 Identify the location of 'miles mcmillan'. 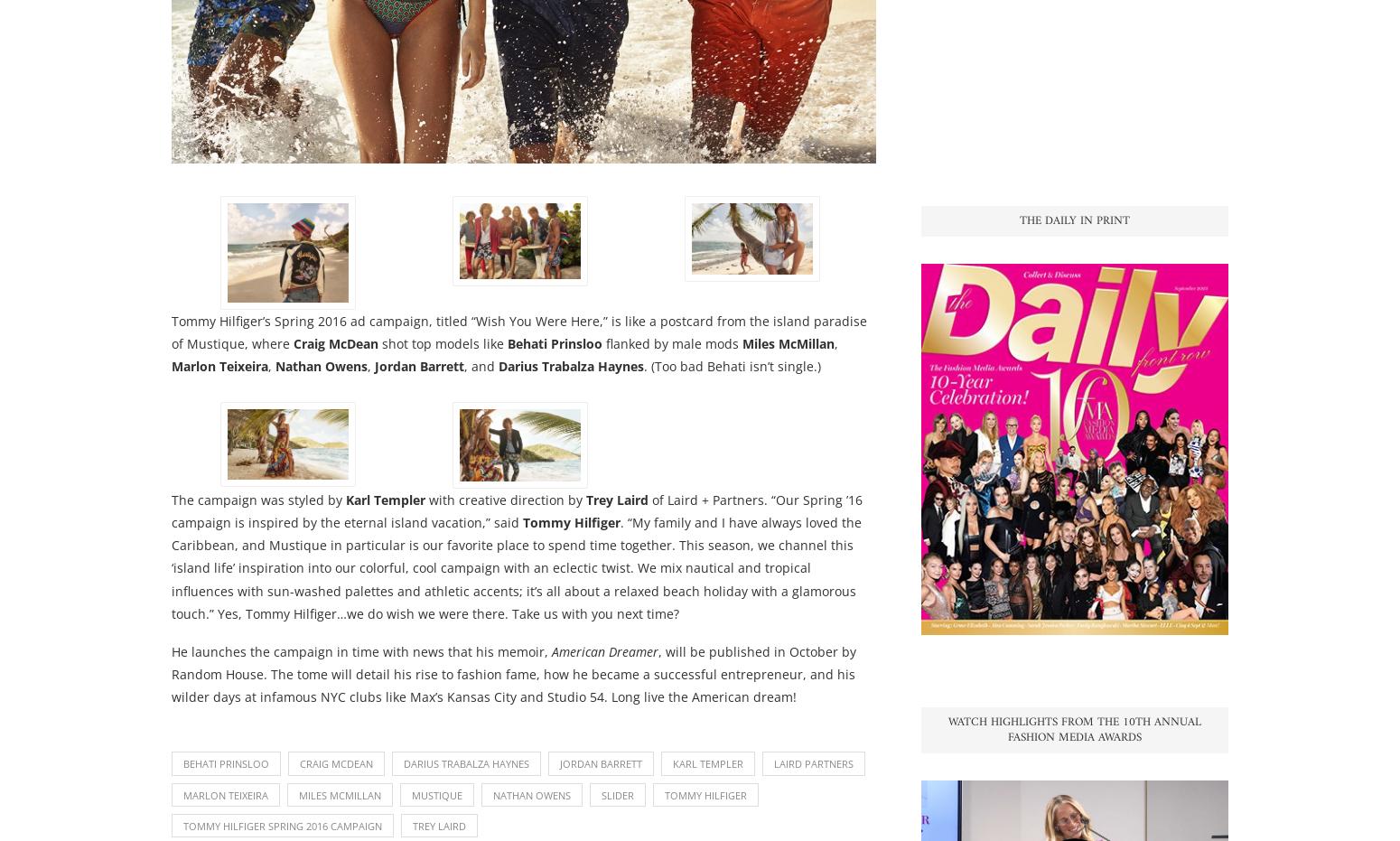
(339, 794).